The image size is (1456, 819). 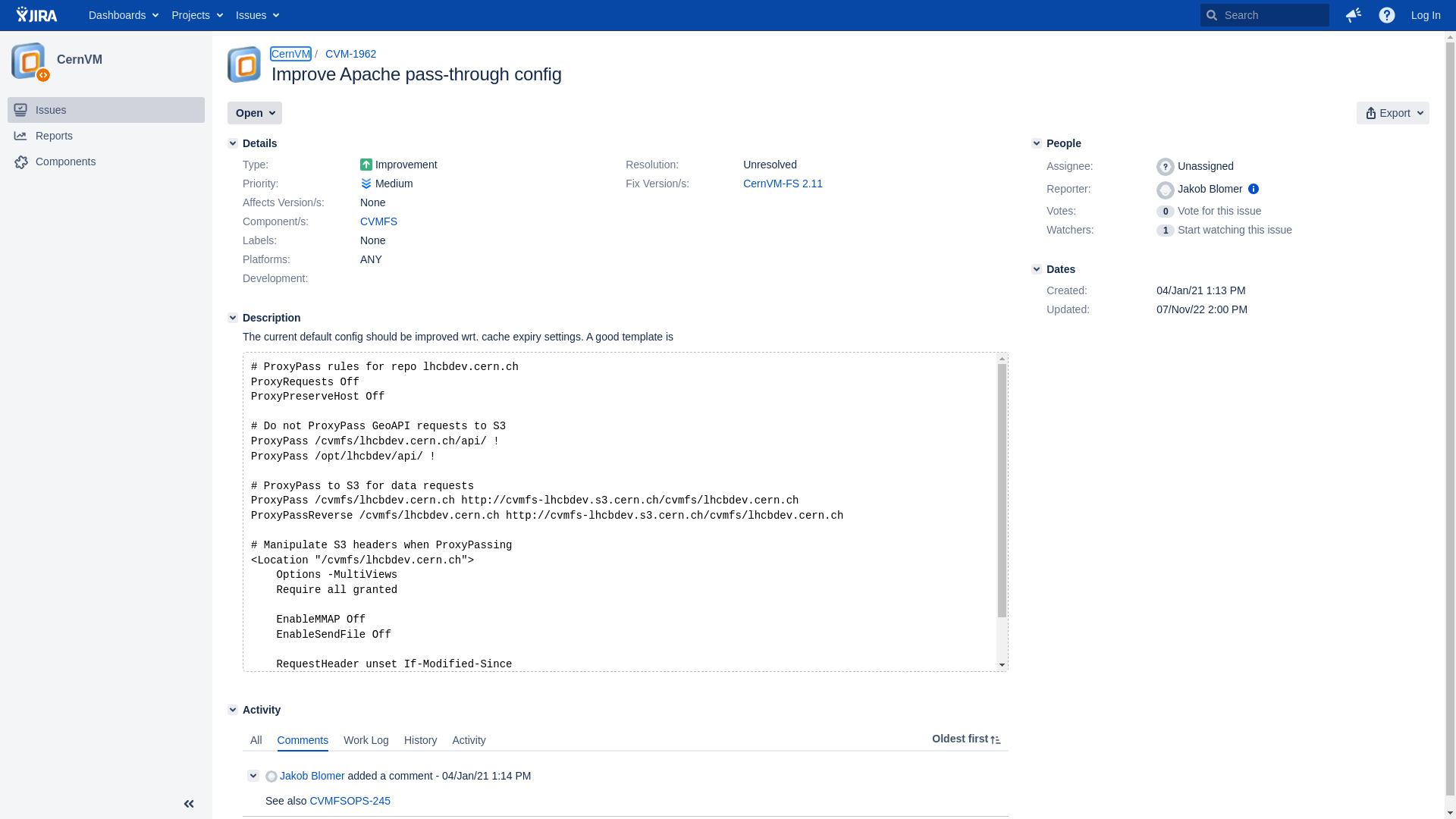 What do you see at coordinates (487, 775) in the screenshot?
I see `'04/Jan/21 1:14 PM'` at bounding box center [487, 775].